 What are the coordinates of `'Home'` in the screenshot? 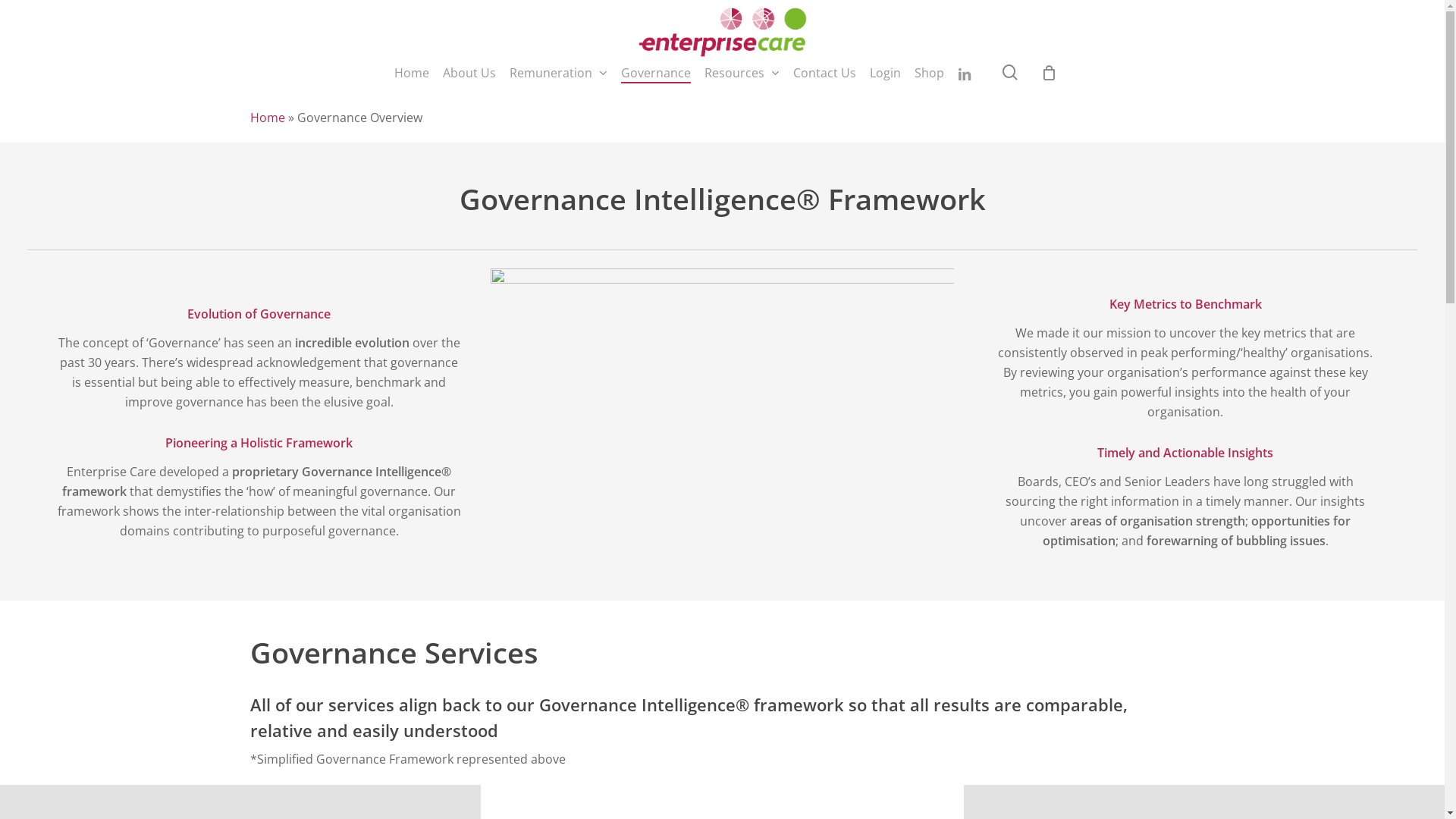 It's located at (411, 73).